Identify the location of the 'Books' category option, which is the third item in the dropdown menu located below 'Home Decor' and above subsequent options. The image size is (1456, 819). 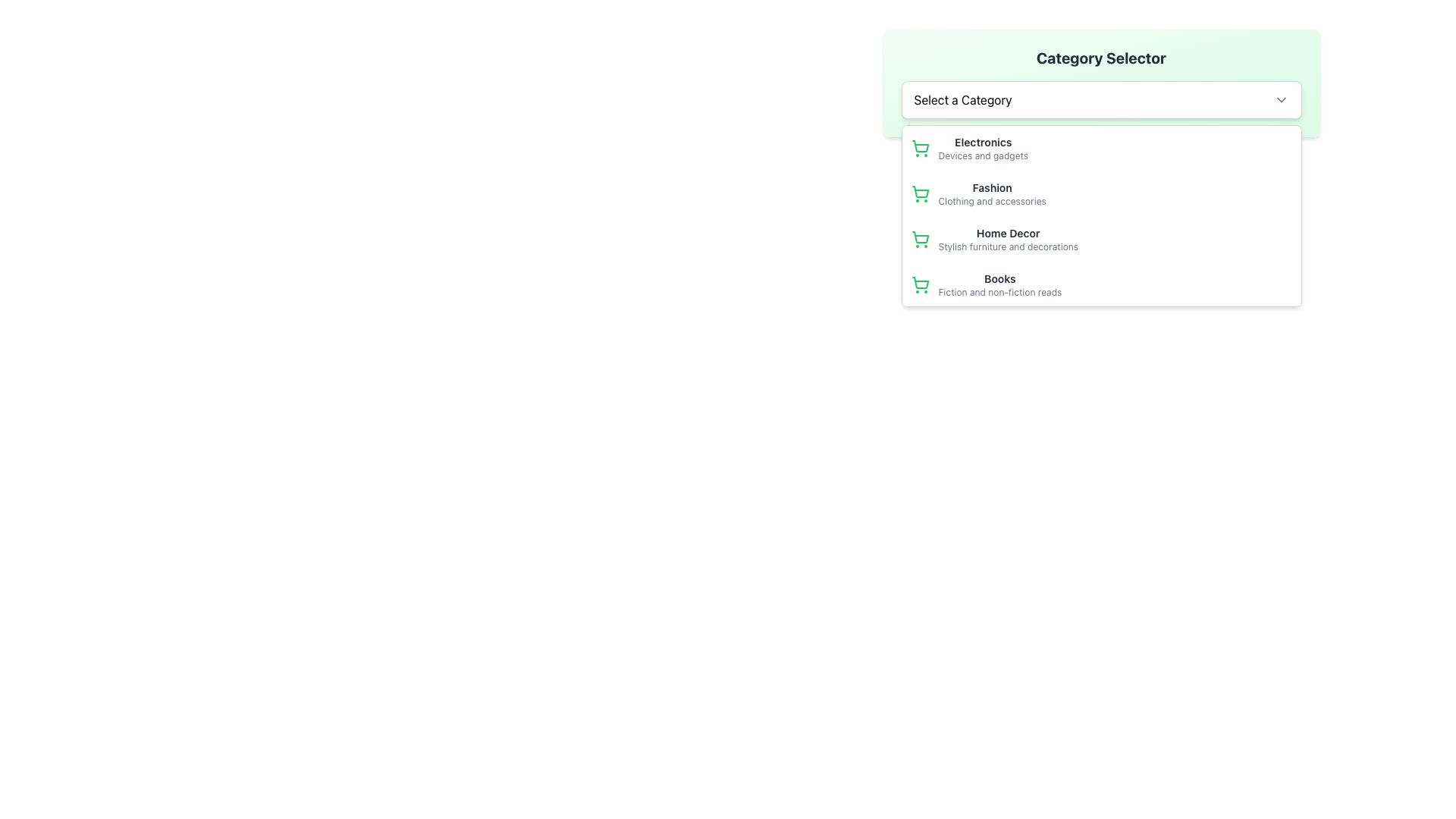
(999, 284).